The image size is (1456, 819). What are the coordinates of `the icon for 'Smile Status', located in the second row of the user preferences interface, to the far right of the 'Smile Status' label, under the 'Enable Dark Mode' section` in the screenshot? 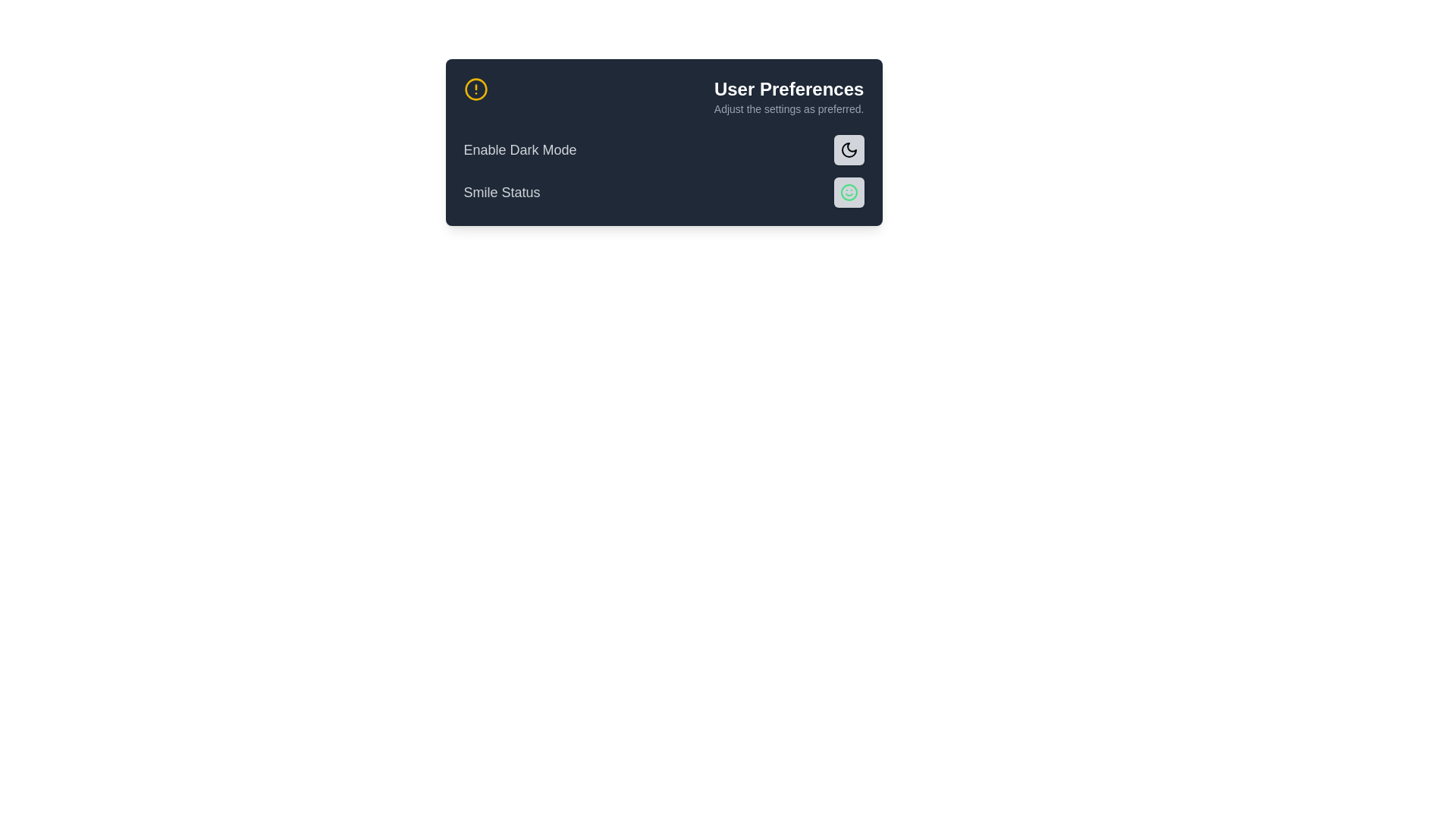 It's located at (848, 192).